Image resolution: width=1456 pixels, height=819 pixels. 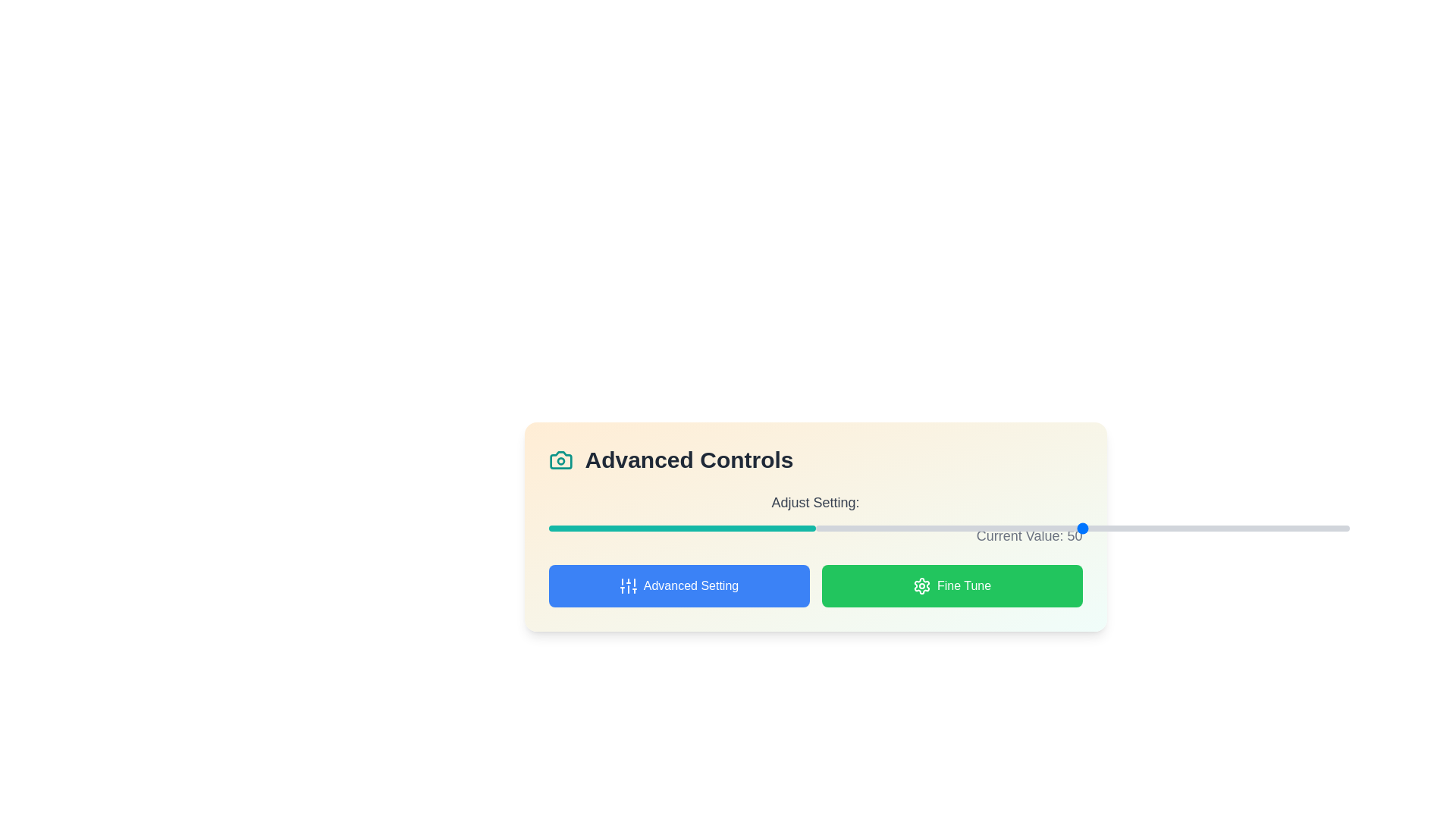 What do you see at coordinates (678, 585) in the screenshot?
I see `the 'Advanced Setting' button, which is the first button in the bottom section of the grid layout` at bounding box center [678, 585].